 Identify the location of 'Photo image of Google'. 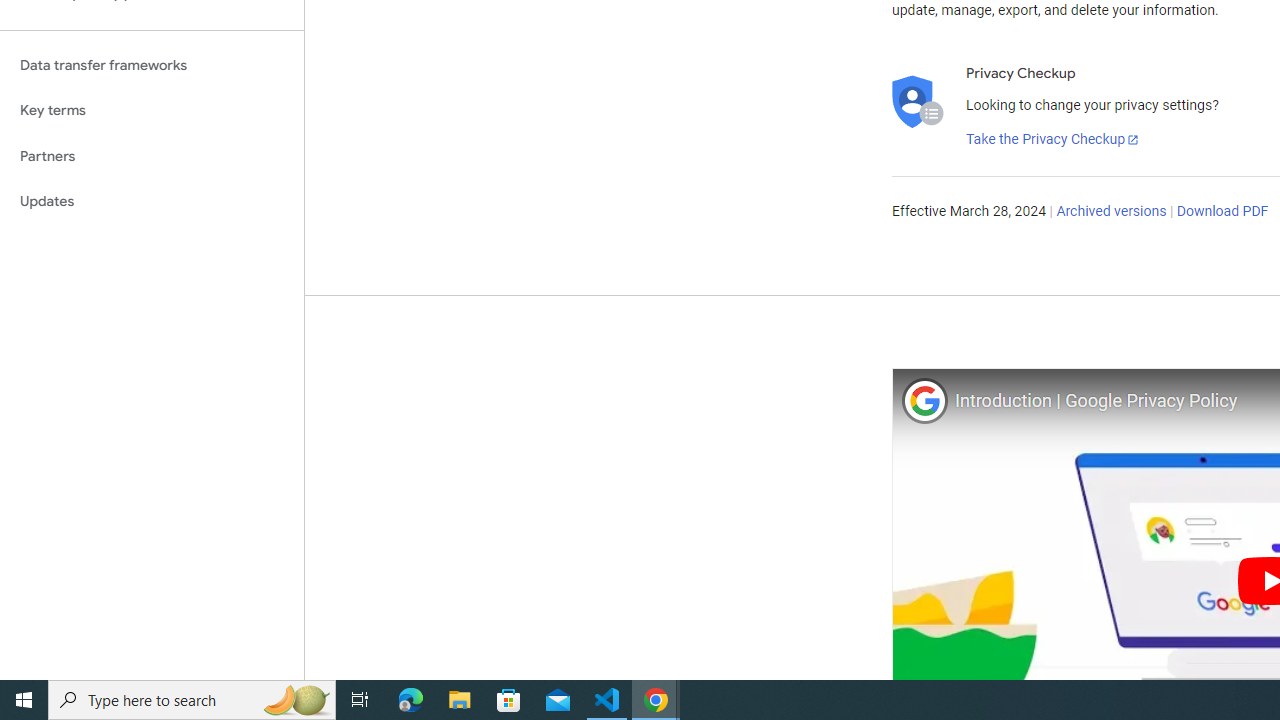
(923, 400).